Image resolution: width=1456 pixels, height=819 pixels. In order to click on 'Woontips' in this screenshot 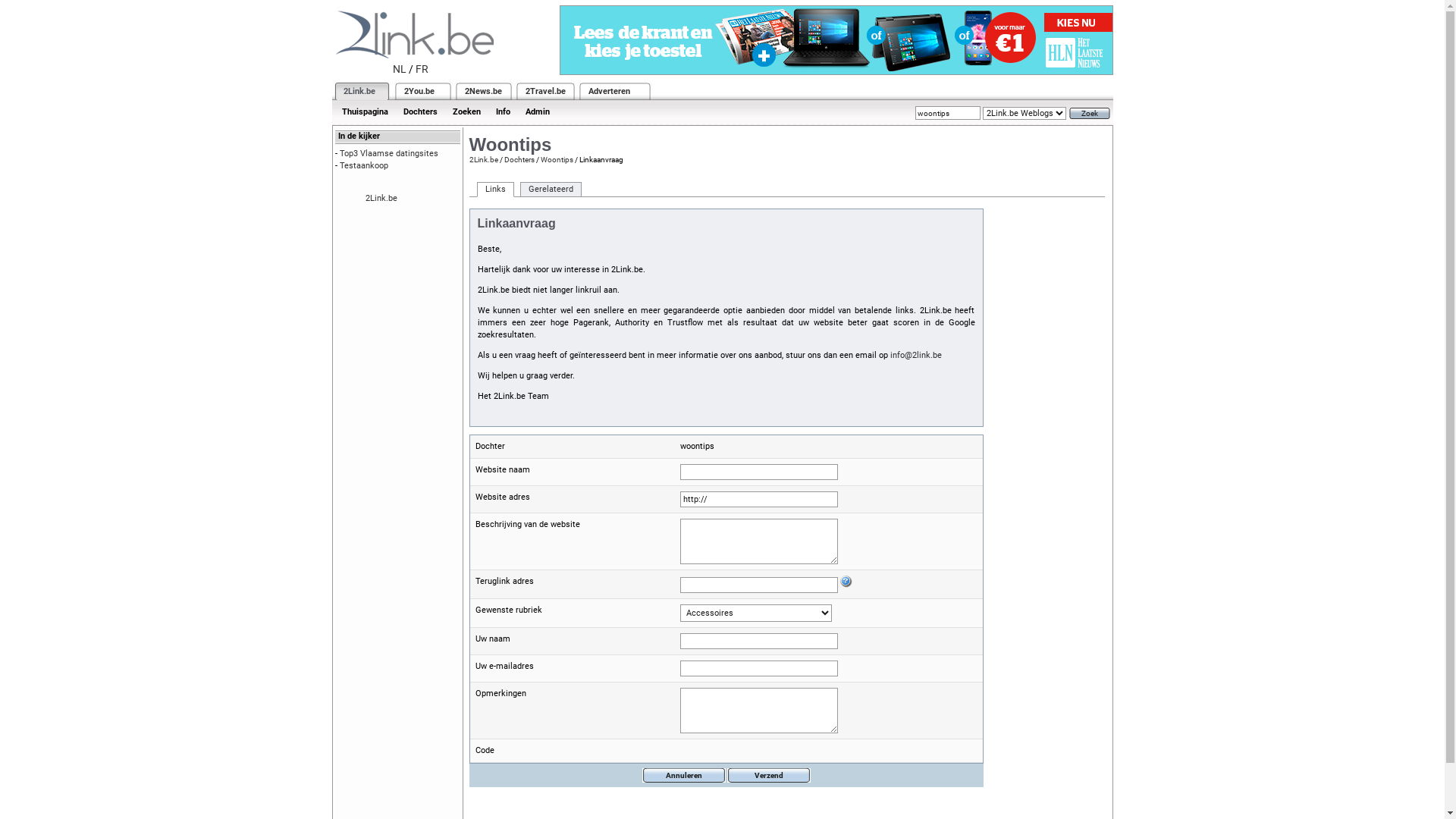, I will do `click(539, 159)`.